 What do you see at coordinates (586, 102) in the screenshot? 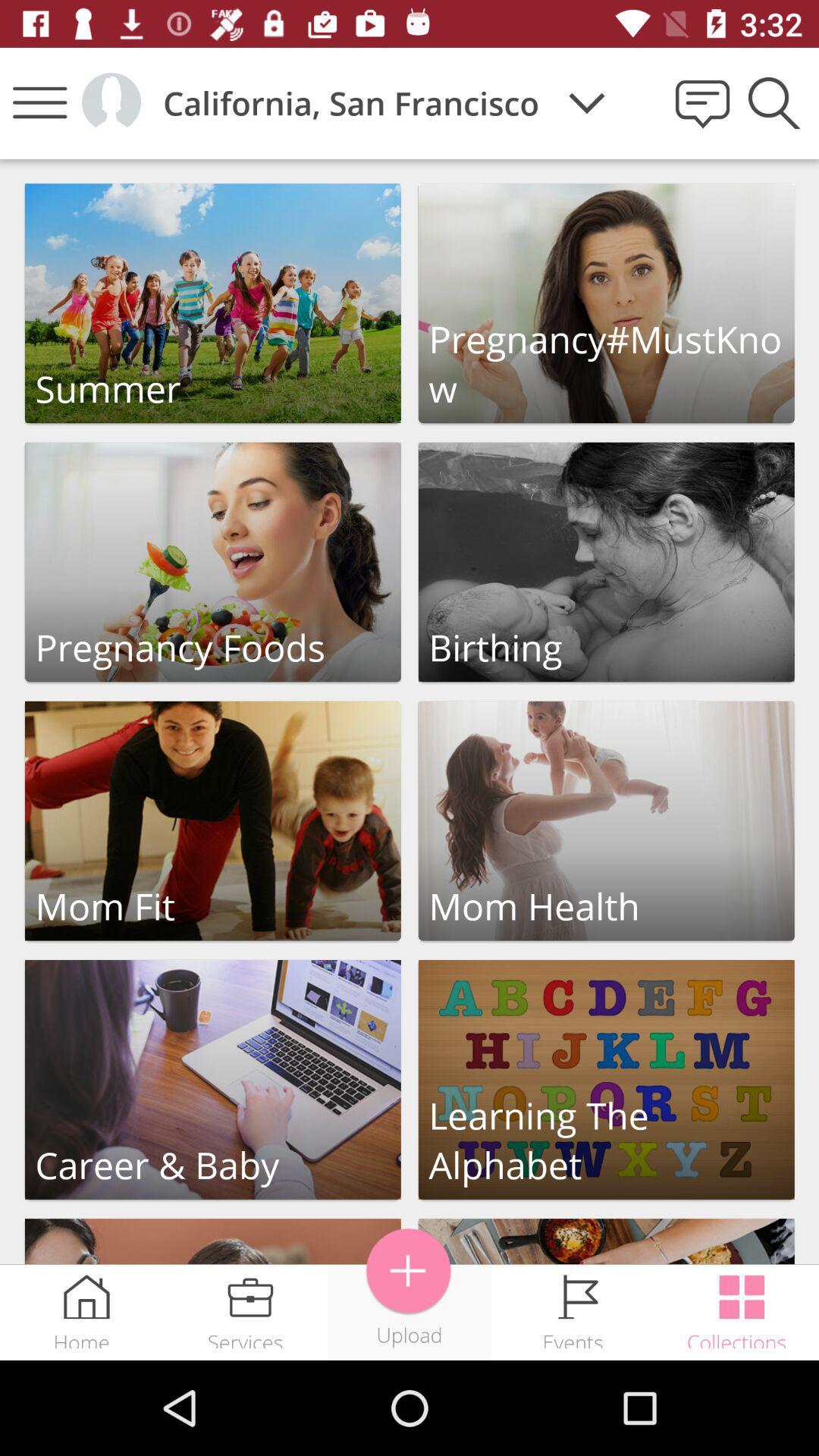
I see `icon next to the california, san francisco icon` at bounding box center [586, 102].